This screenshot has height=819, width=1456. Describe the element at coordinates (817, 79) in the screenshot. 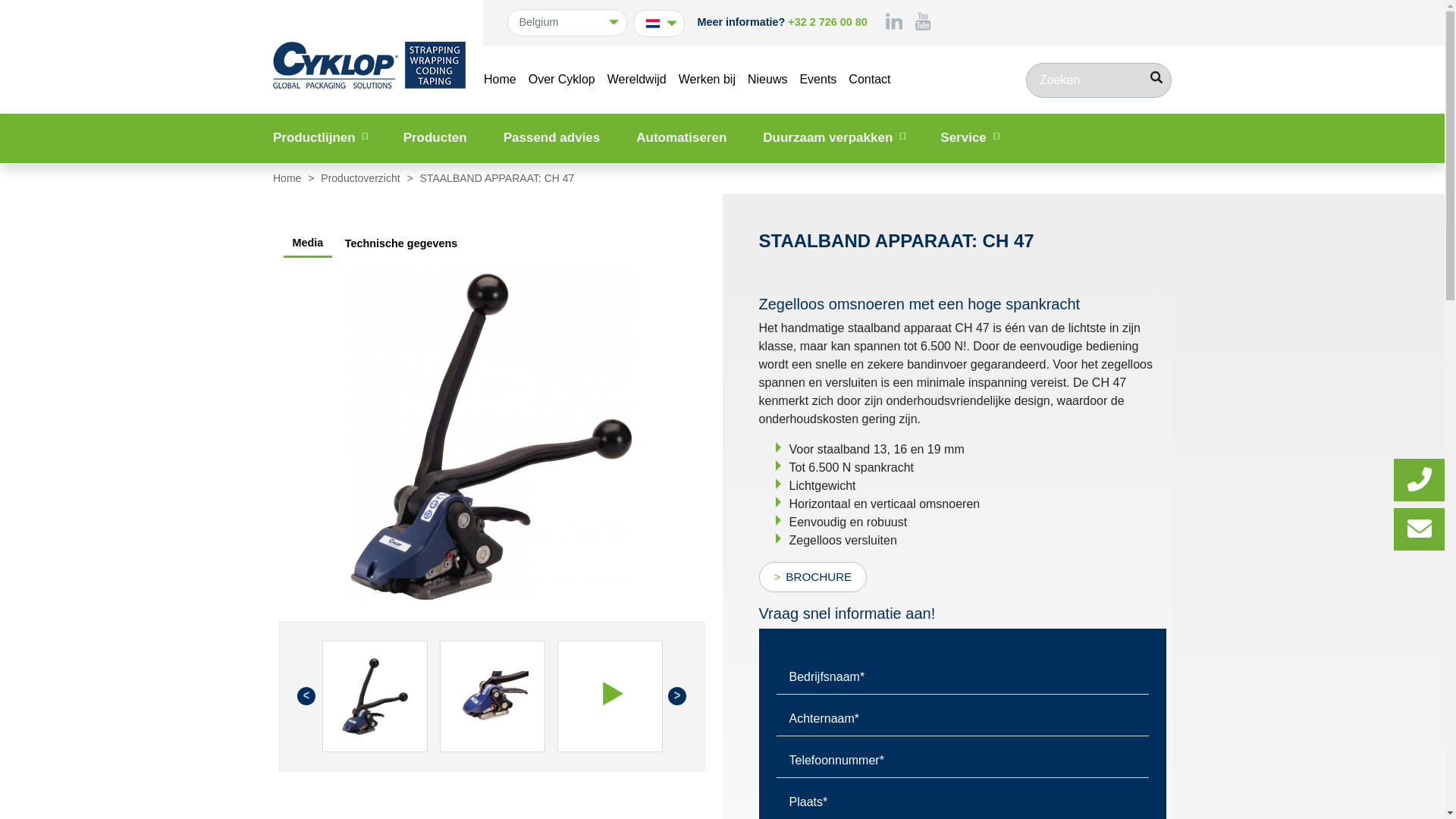

I see `'Events'` at that location.